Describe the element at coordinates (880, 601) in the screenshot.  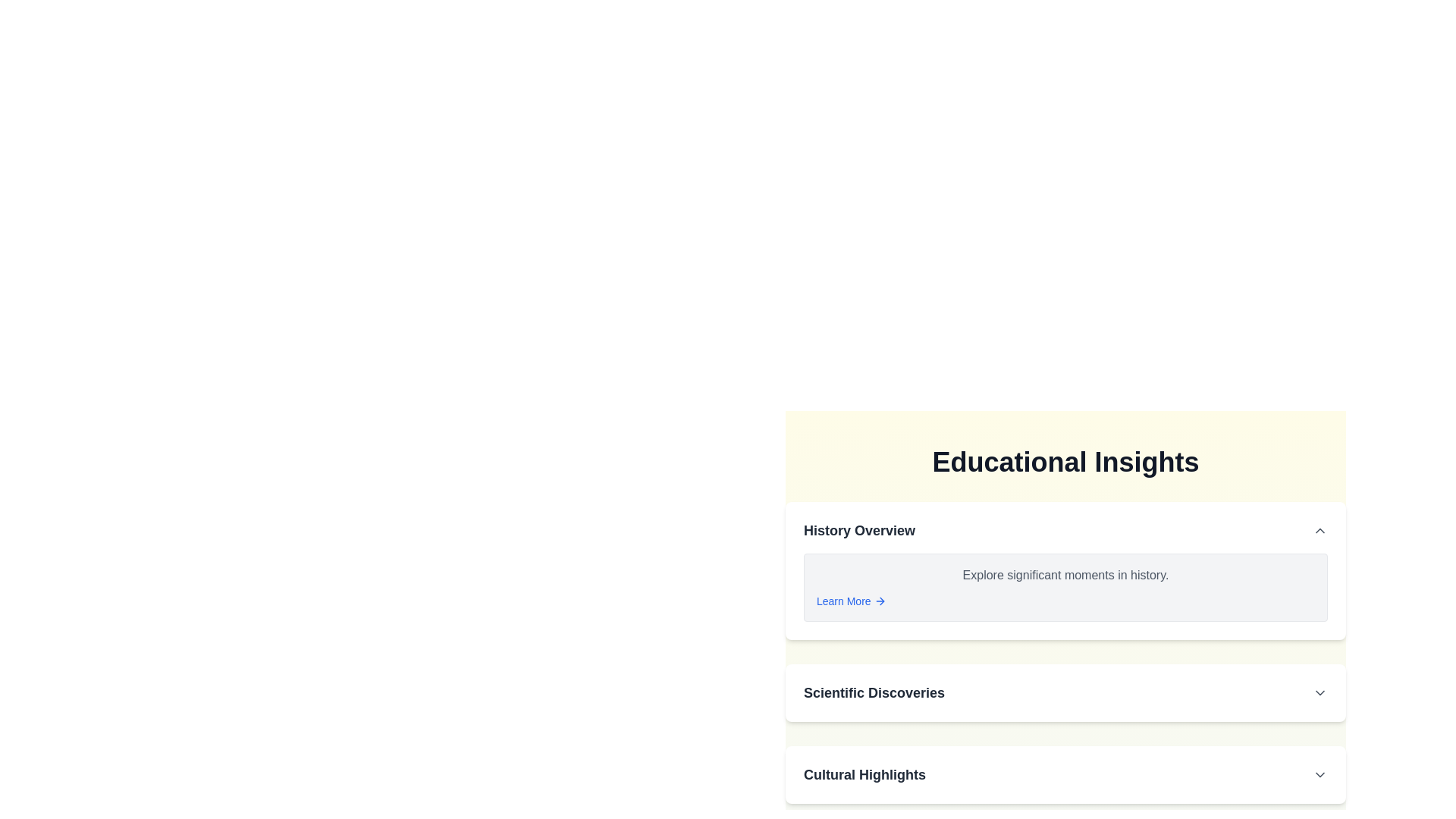
I see `the SVG chevron arrow icon that indicates further navigation, located after the 'Learn More' text link in the 'History Overview' section` at that location.